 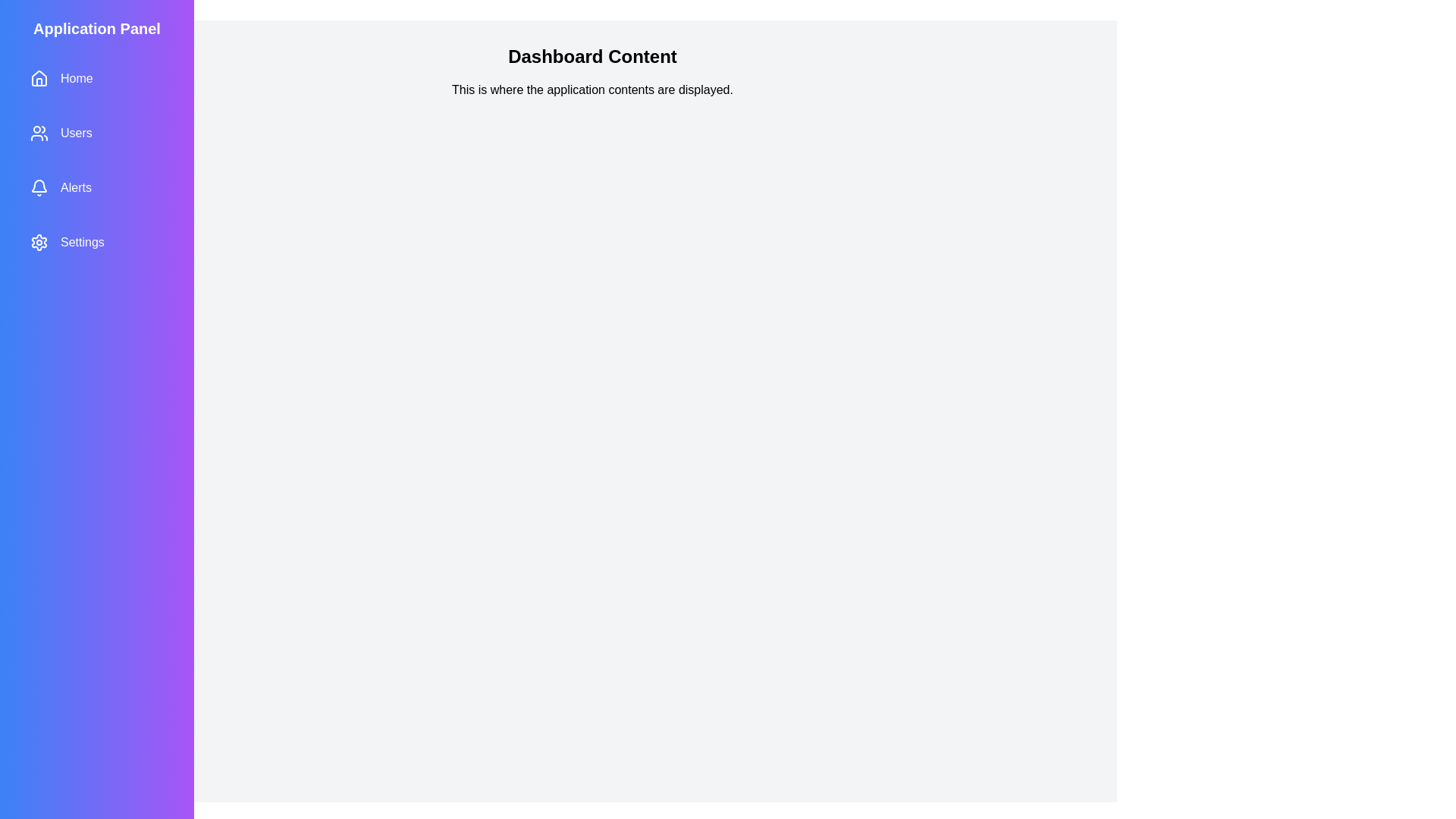 I want to click on the navigation item Alerts from the sidebar, so click(x=96, y=187).